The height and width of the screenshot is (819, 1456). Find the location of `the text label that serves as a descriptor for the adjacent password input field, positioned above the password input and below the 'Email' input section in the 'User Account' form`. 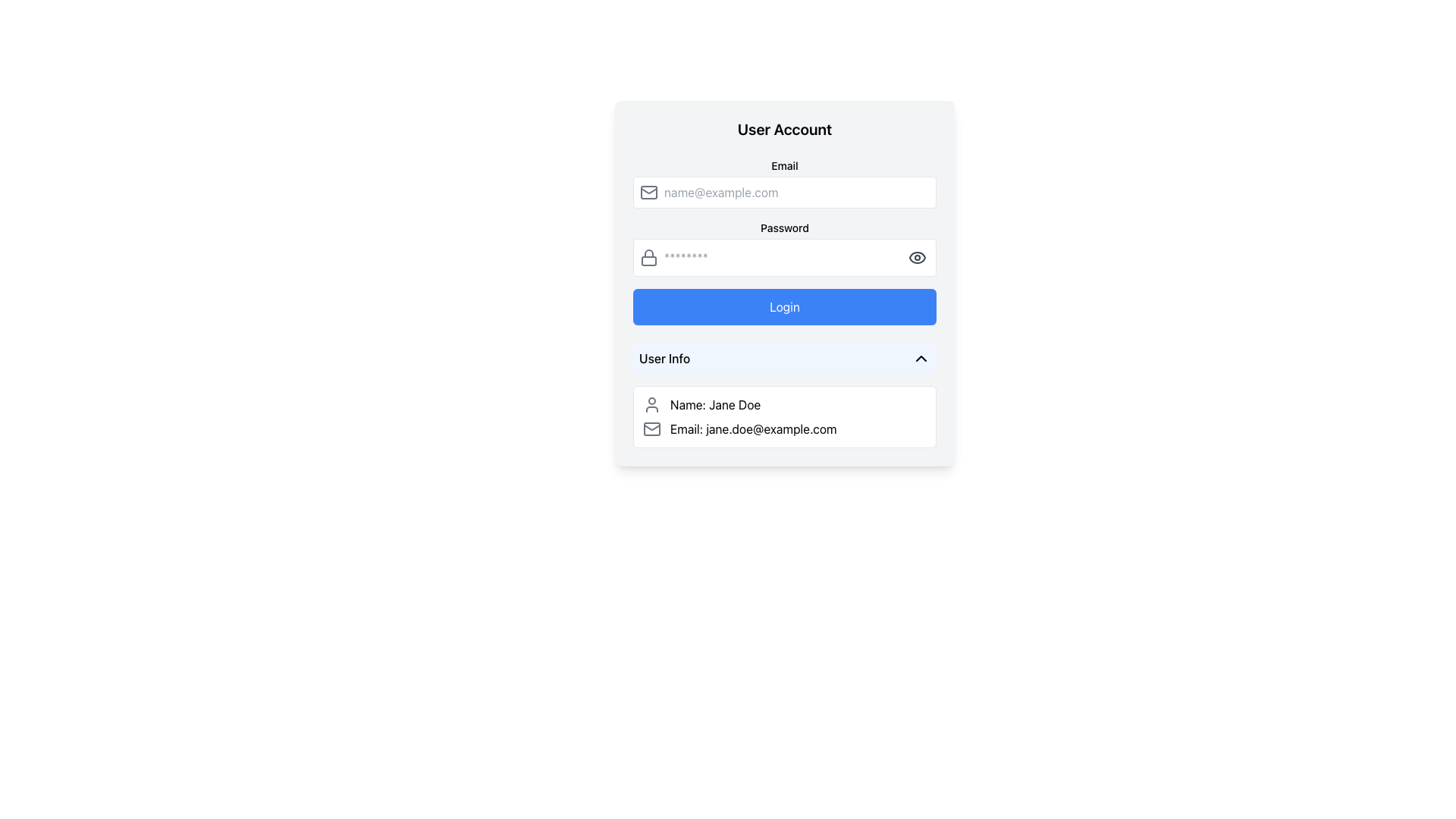

the text label that serves as a descriptor for the adjacent password input field, positioned above the password input and below the 'Email' input section in the 'User Account' form is located at coordinates (785, 227).